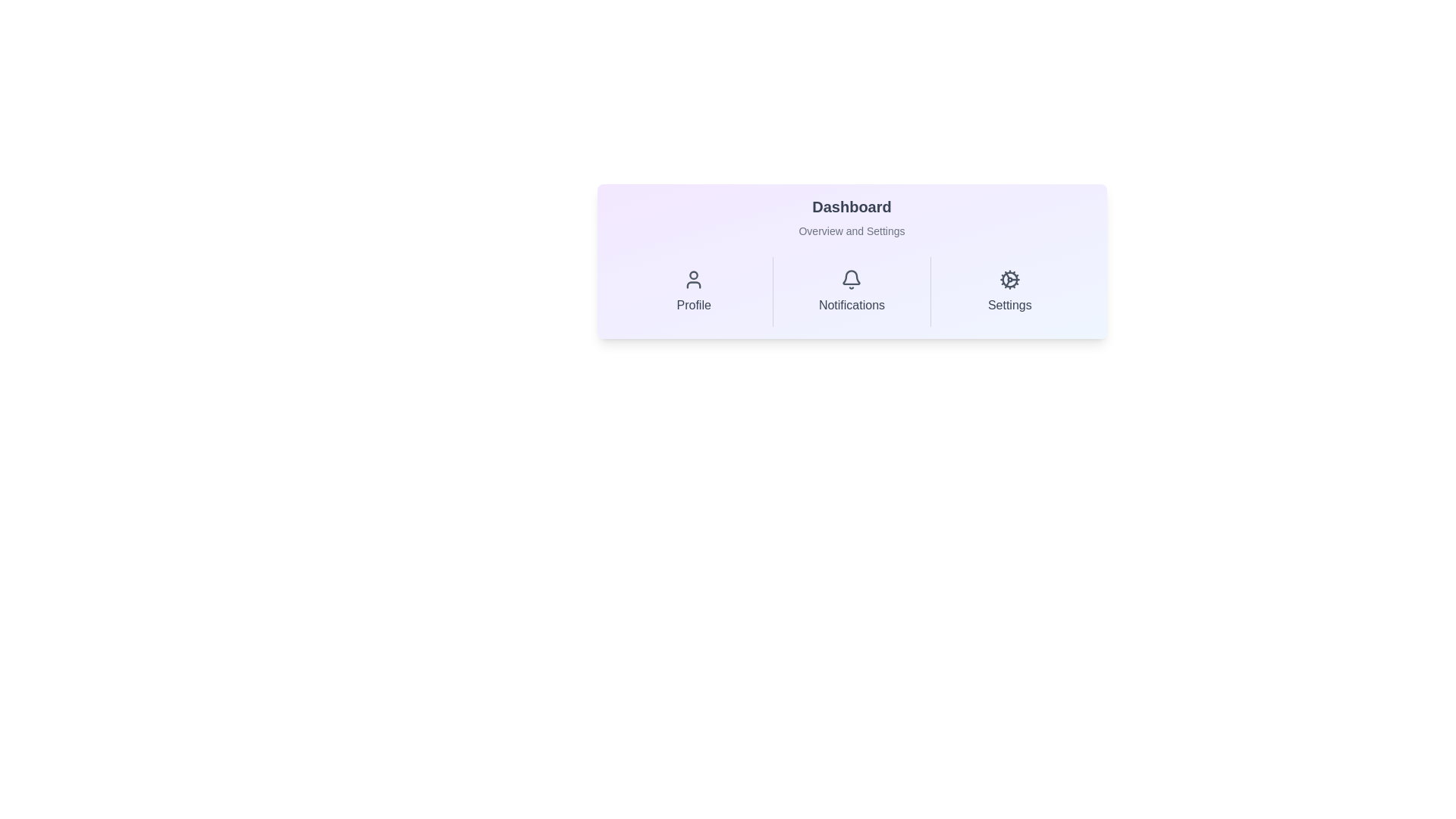 The height and width of the screenshot is (819, 1456). I want to click on the 'Notifications' text label, which is displayed in medium gray font and is positioned below a bell icon, so click(852, 305).